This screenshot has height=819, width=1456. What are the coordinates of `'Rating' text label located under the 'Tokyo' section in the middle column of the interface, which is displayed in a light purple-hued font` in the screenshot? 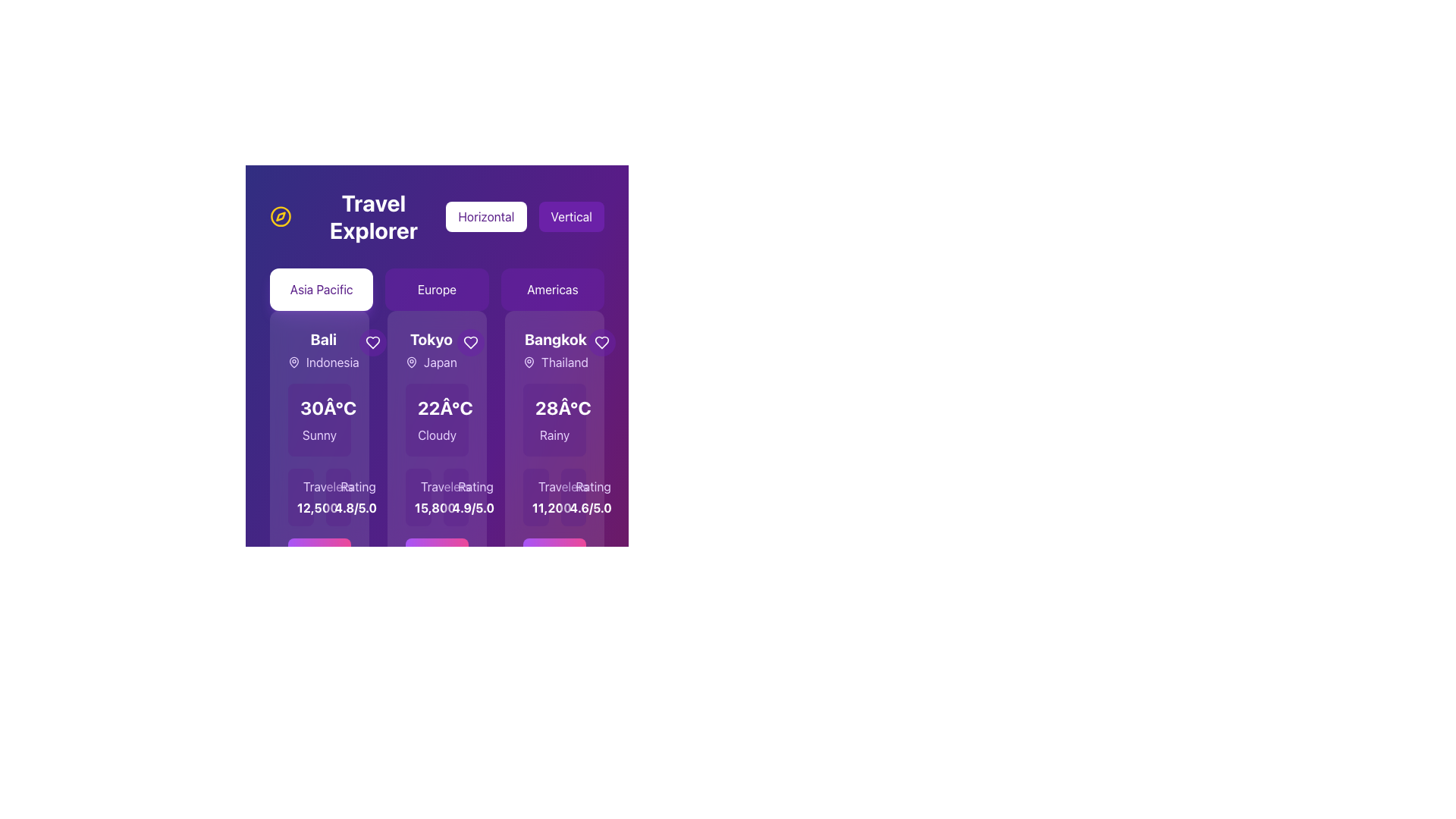 It's located at (475, 486).